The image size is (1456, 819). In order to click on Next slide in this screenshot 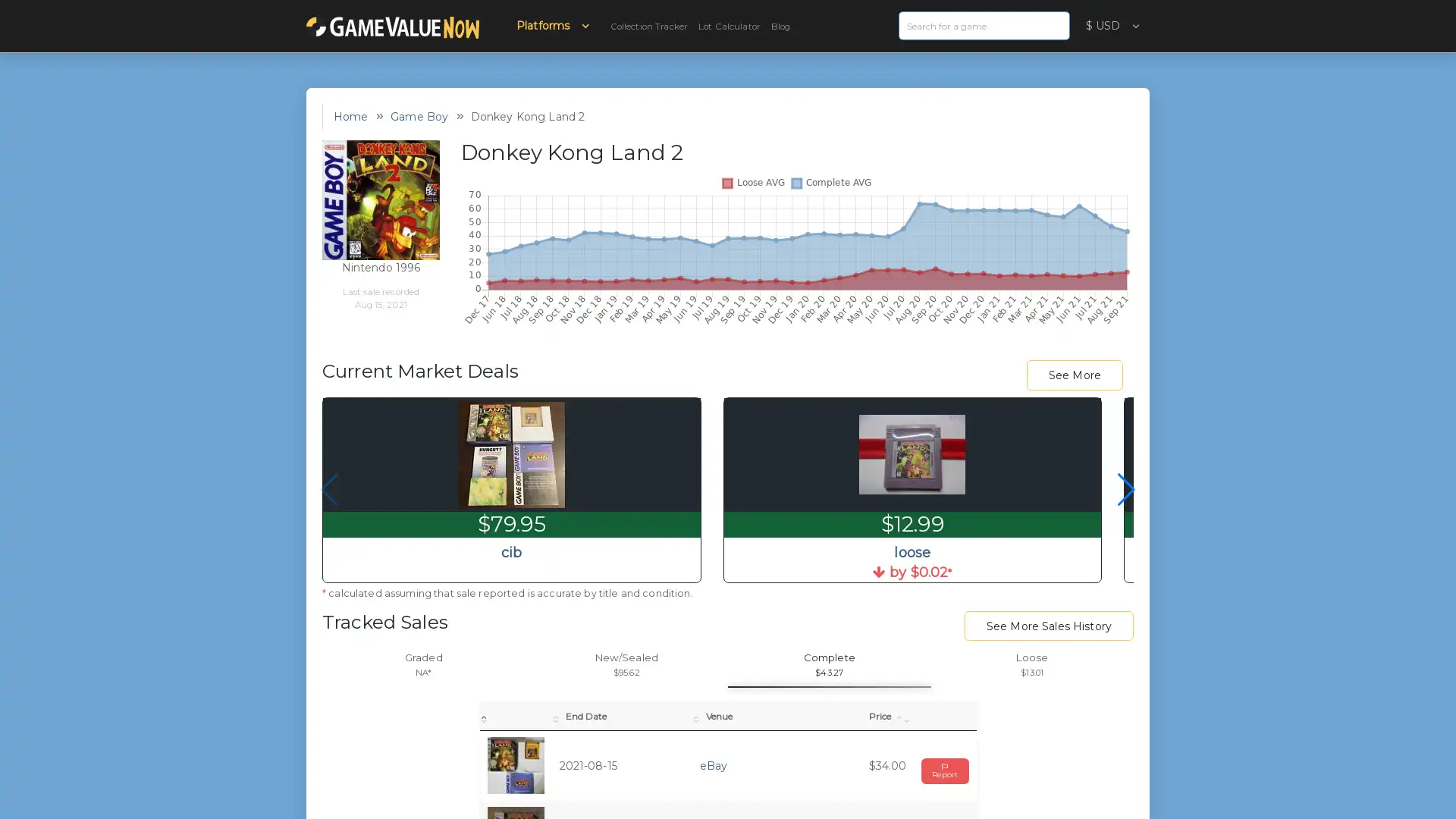, I will do `click(1126, 489)`.